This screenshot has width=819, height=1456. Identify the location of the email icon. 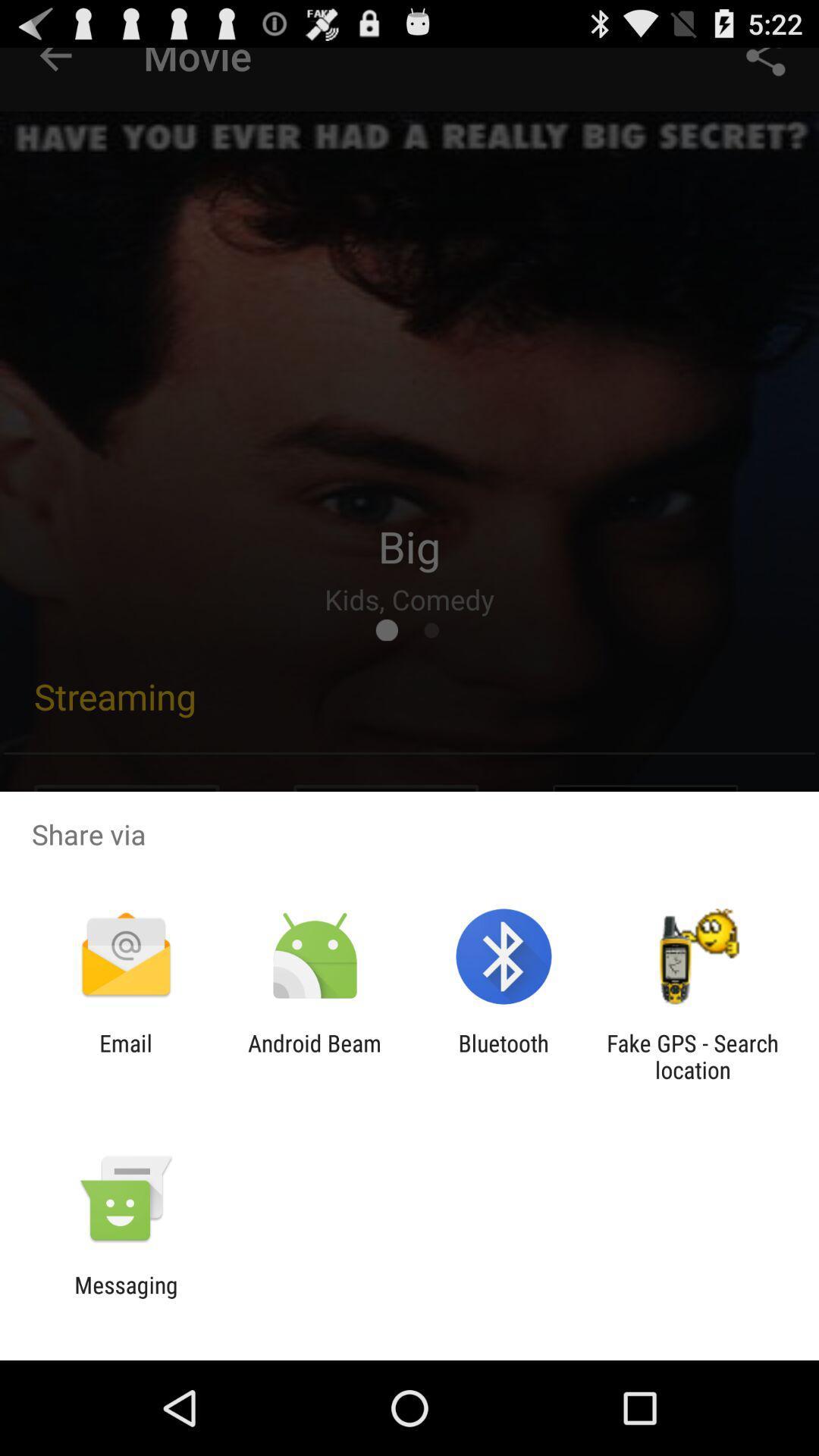
(125, 1056).